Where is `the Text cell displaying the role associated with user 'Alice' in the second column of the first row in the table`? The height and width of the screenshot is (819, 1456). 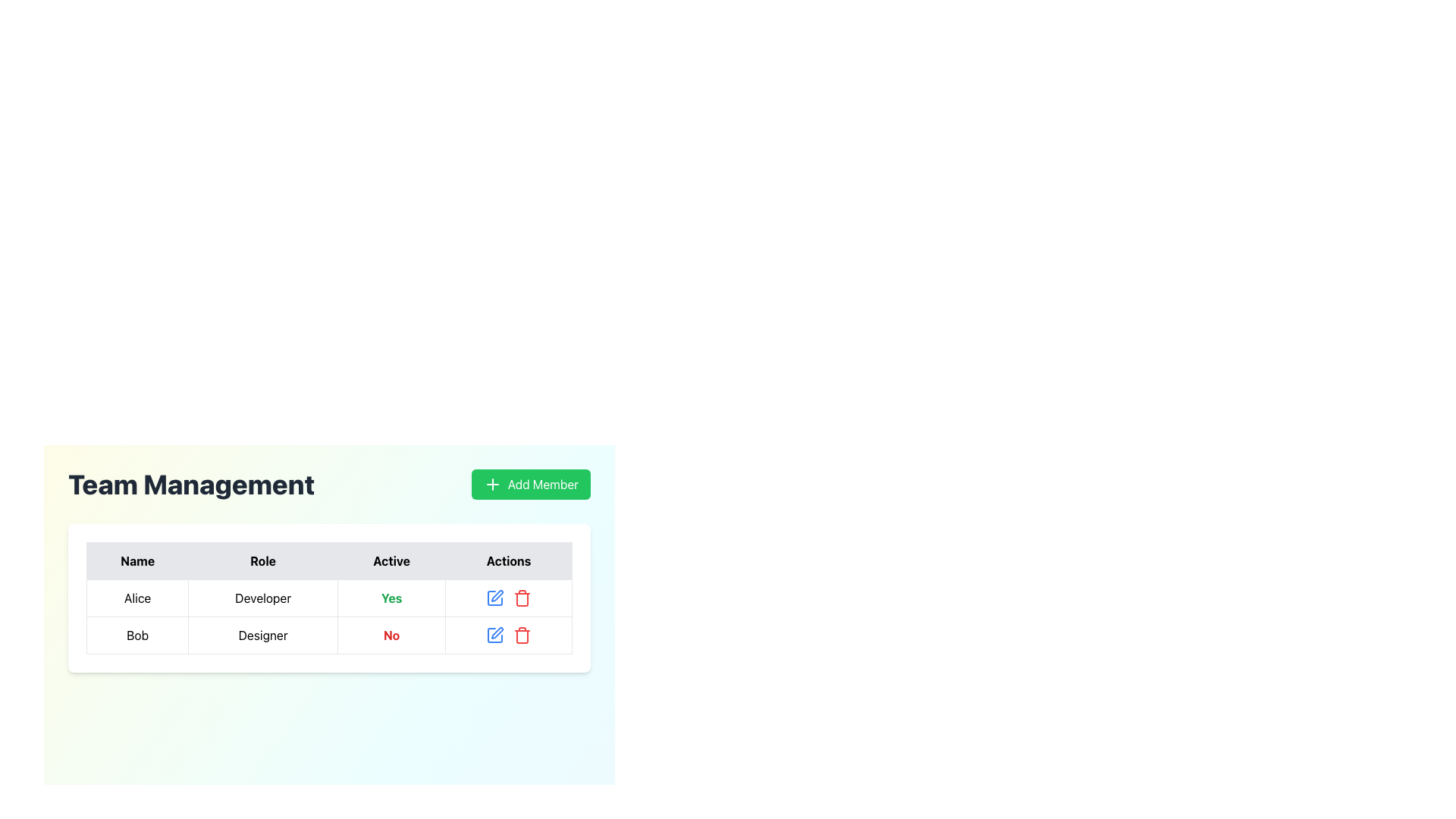
the Text cell displaying the role associated with user 'Alice' in the second column of the first row in the table is located at coordinates (263, 598).